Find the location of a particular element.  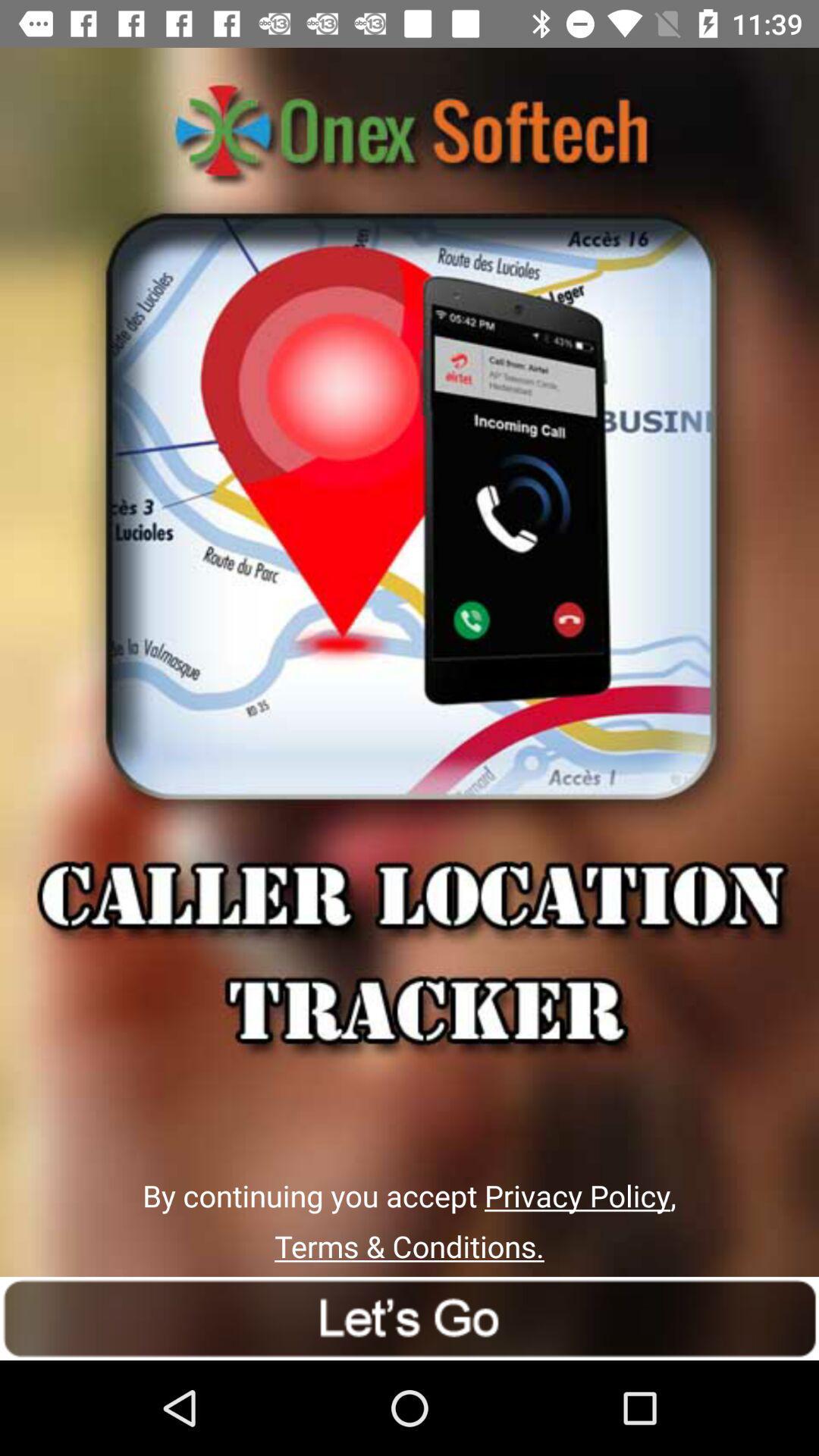

go option is located at coordinates (409, 1317).